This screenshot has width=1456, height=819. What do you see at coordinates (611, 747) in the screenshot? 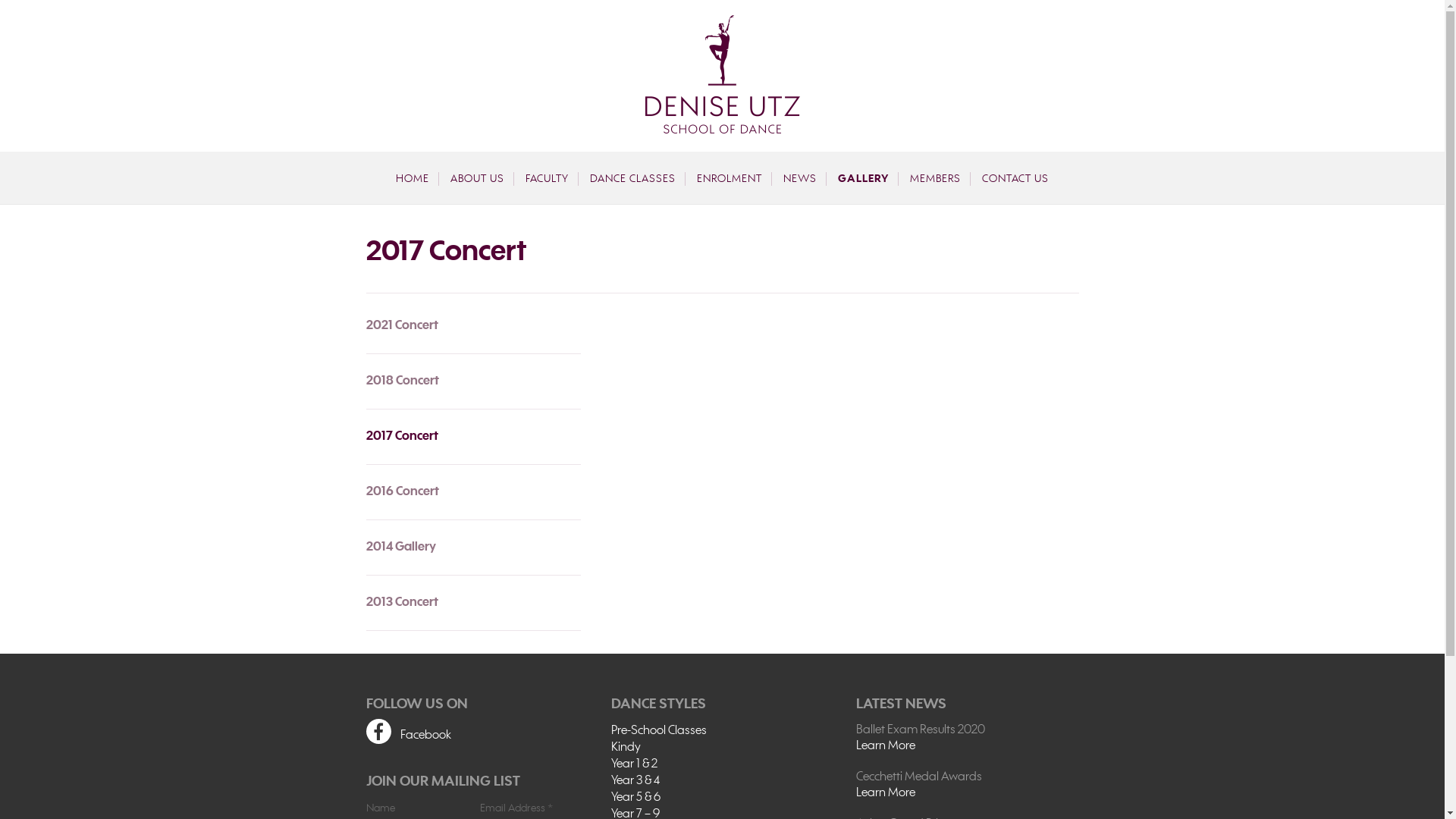
I see `'Kindy'` at bounding box center [611, 747].